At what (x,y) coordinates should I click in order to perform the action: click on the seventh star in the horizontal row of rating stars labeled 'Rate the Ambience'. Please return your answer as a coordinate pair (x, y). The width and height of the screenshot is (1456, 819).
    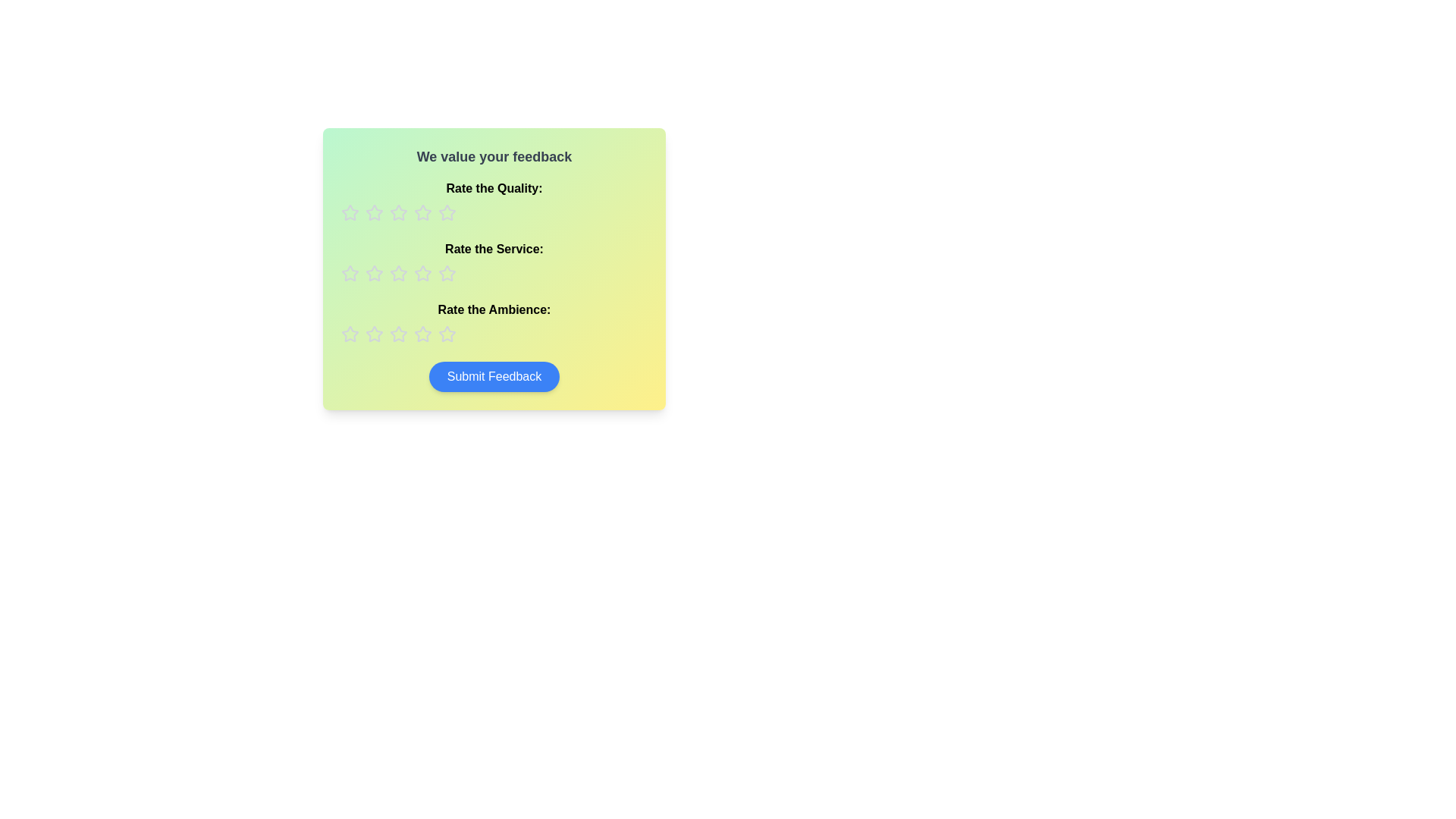
    Looking at the image, I should click on (447, 333).